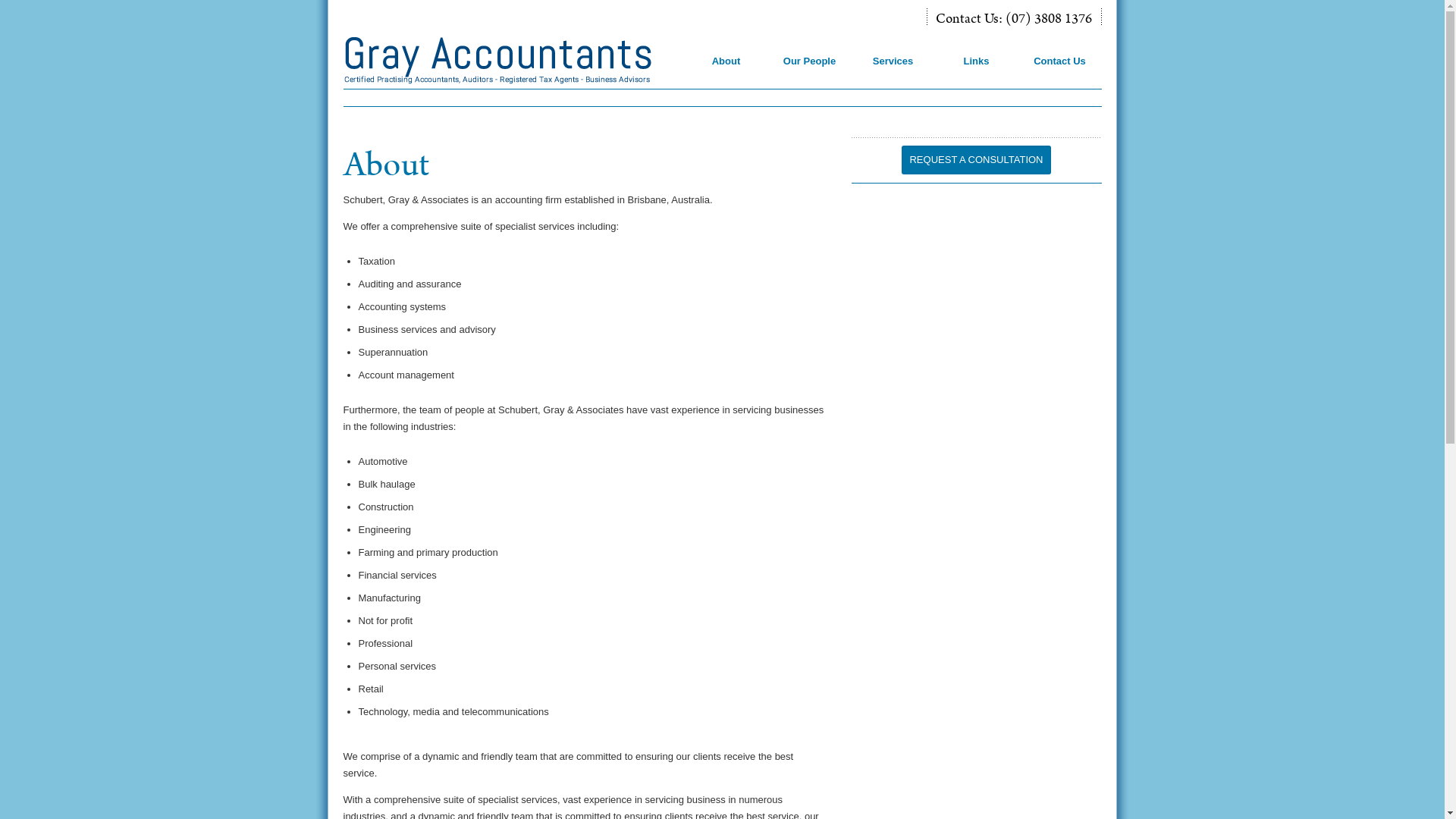  Describe the element at coordinates (1014, 20) in the screenshot. I see `'Contact Us: (07) 3808 1376'` at that location.